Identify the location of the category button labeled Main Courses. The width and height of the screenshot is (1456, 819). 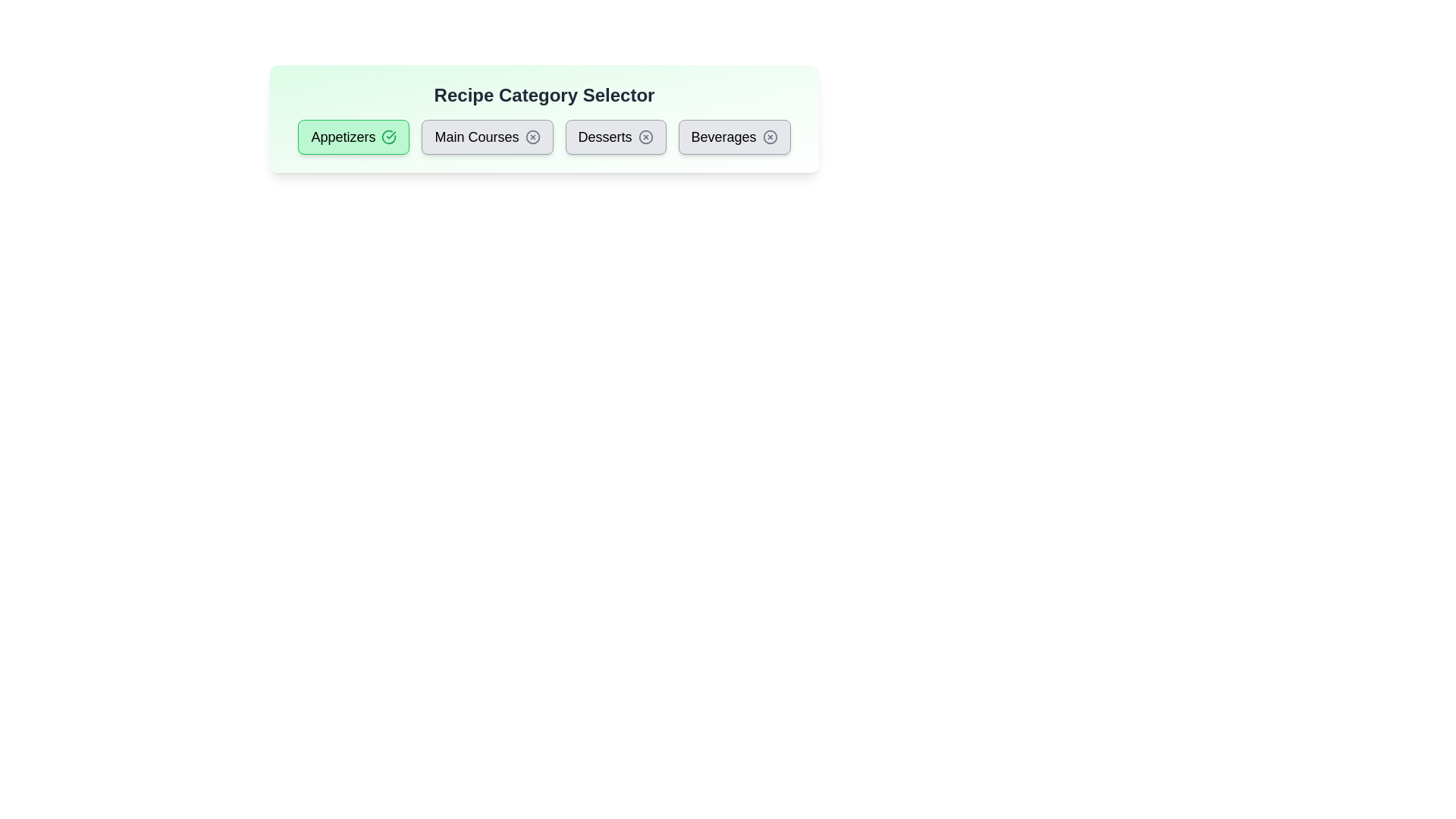
(488, 137).